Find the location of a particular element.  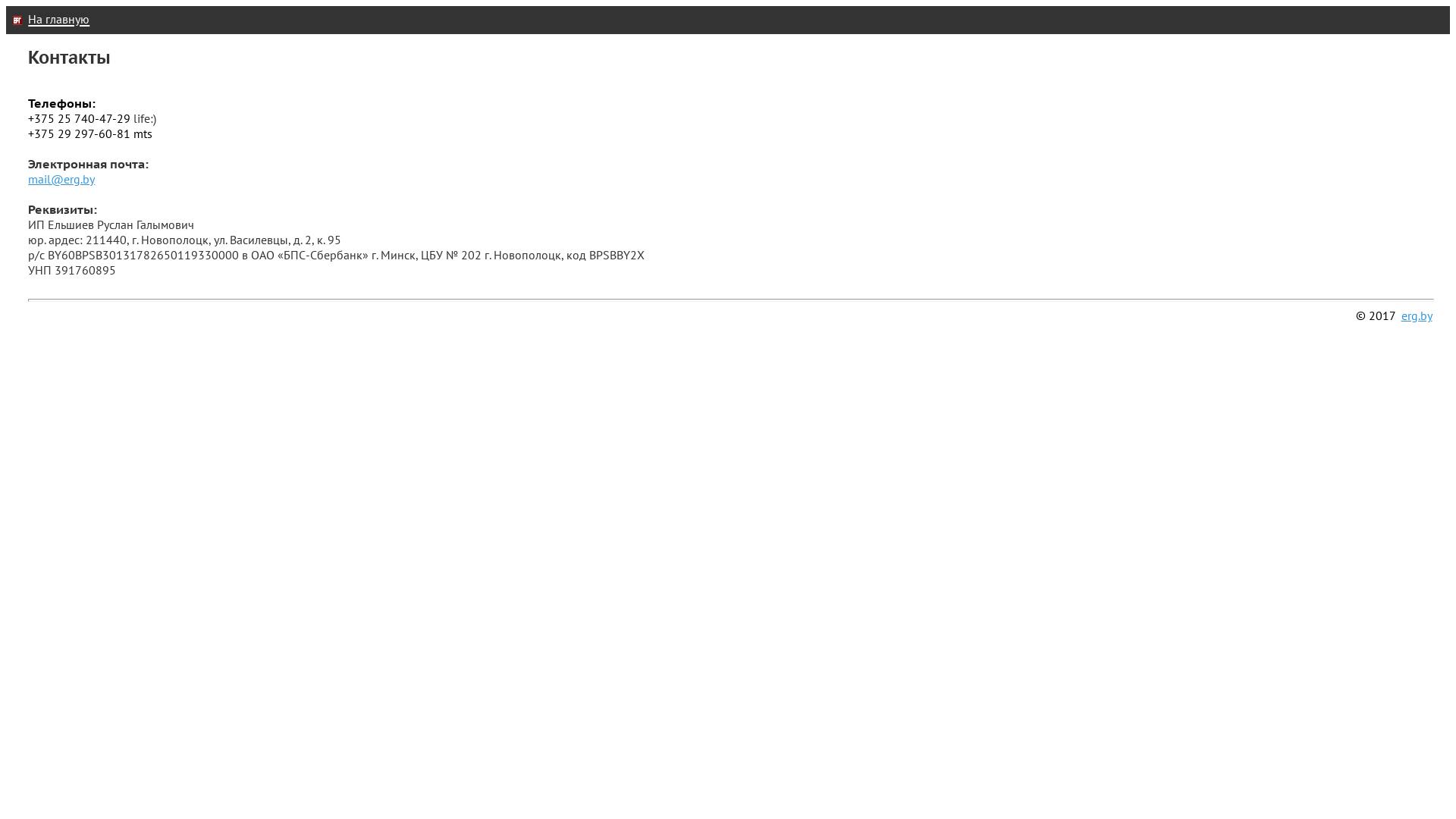

'+375 29 297-60-81' is located at coordinates (78, 133).